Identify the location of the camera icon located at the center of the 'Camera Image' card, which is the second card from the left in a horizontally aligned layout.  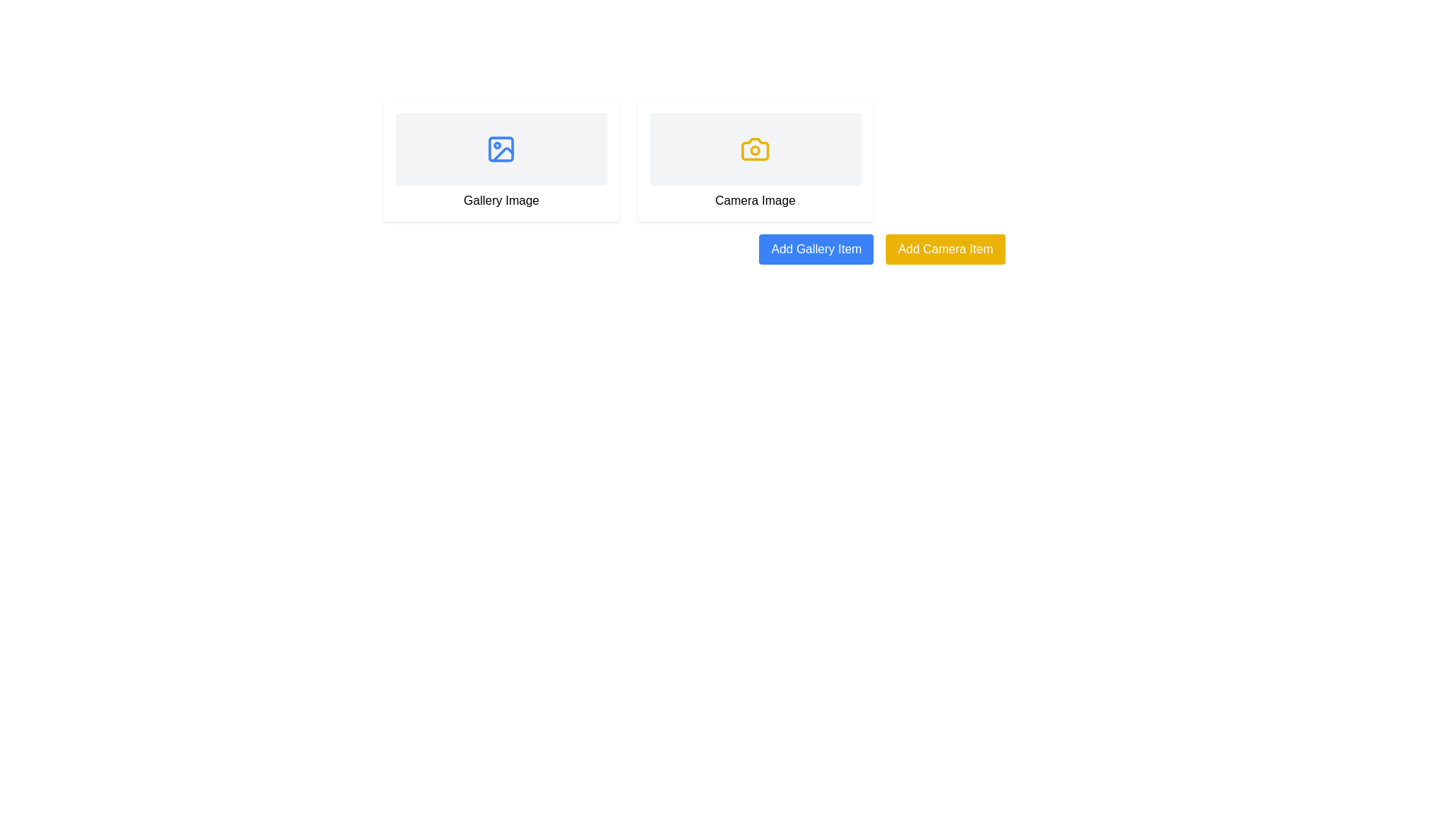
(755, 149).